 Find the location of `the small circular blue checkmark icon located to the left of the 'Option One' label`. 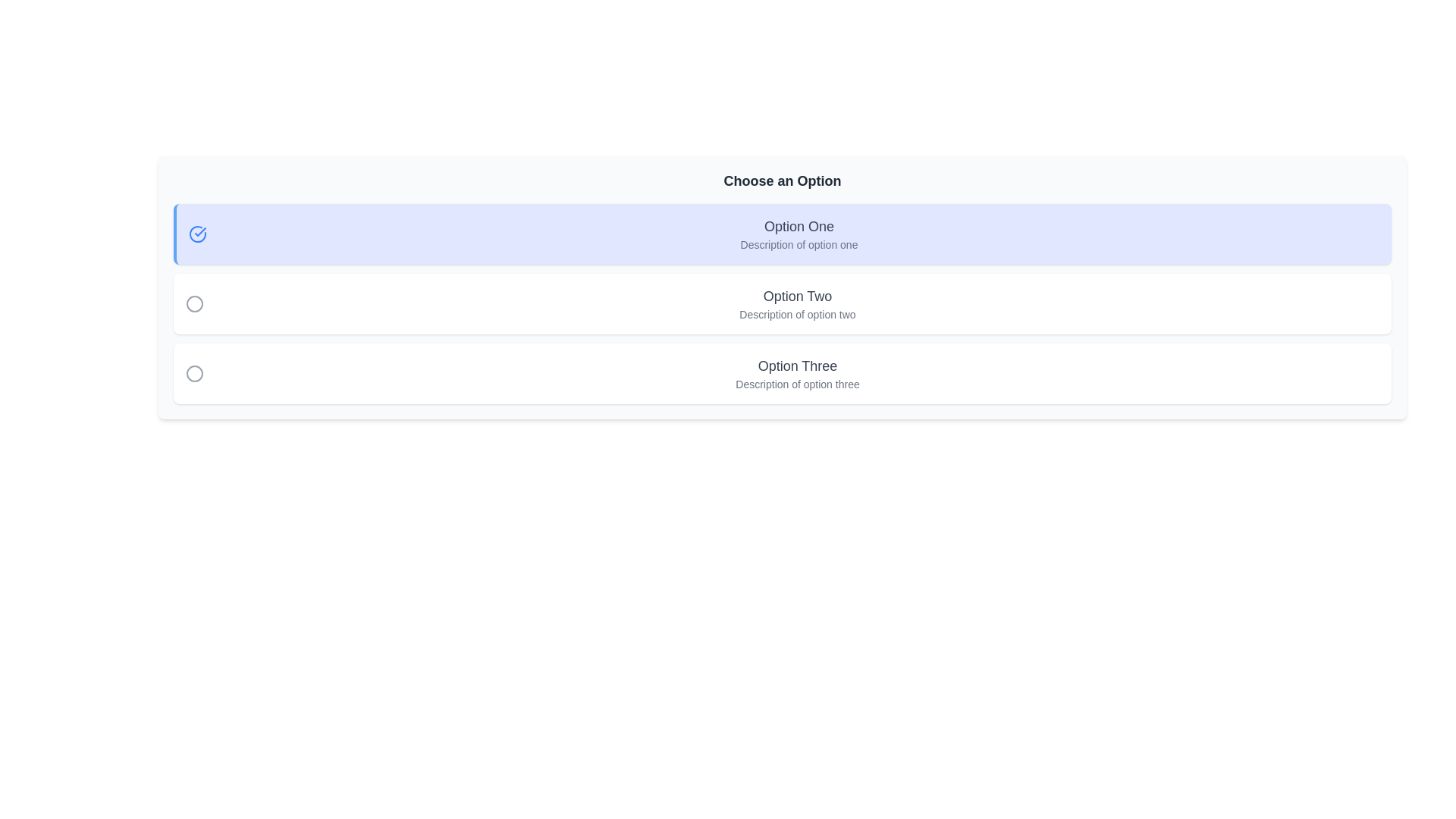

the small circular blue checkmark icon located to the left of the 'Option One' label is located at coordinates (196, 234).